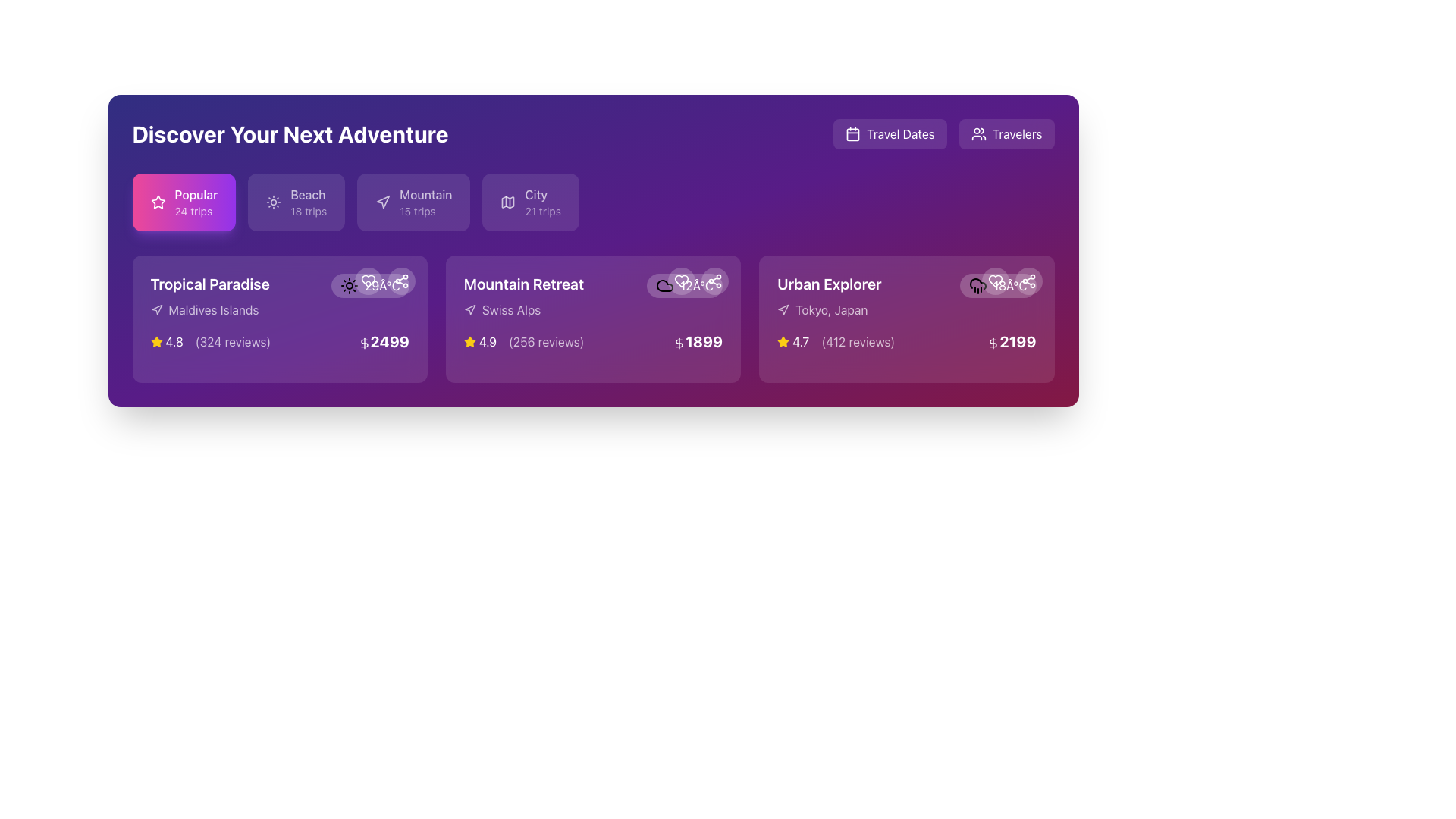 This screenshot has width=1456, height=819. Describe the element at coordinates (684, 286) in the screenshot. I see `the Information Display (Weather Indicator) showing the current temperature of 12°C and a cloudy weather icon, located at the top-right corner of the 'Mountain Retreat' trip card` at that location.